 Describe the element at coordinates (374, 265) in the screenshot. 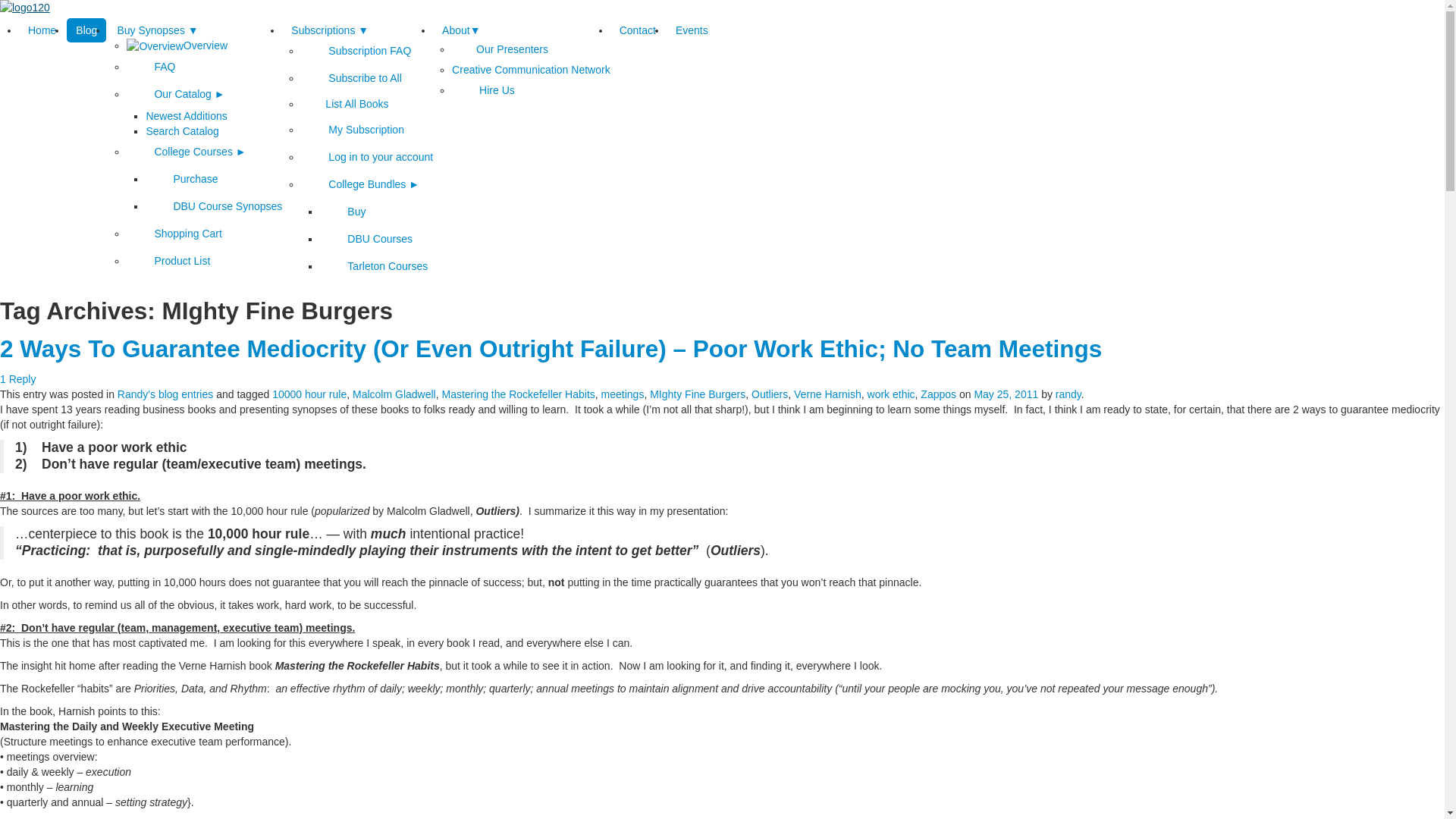

I see `'Tarleton Courses'` at that location.